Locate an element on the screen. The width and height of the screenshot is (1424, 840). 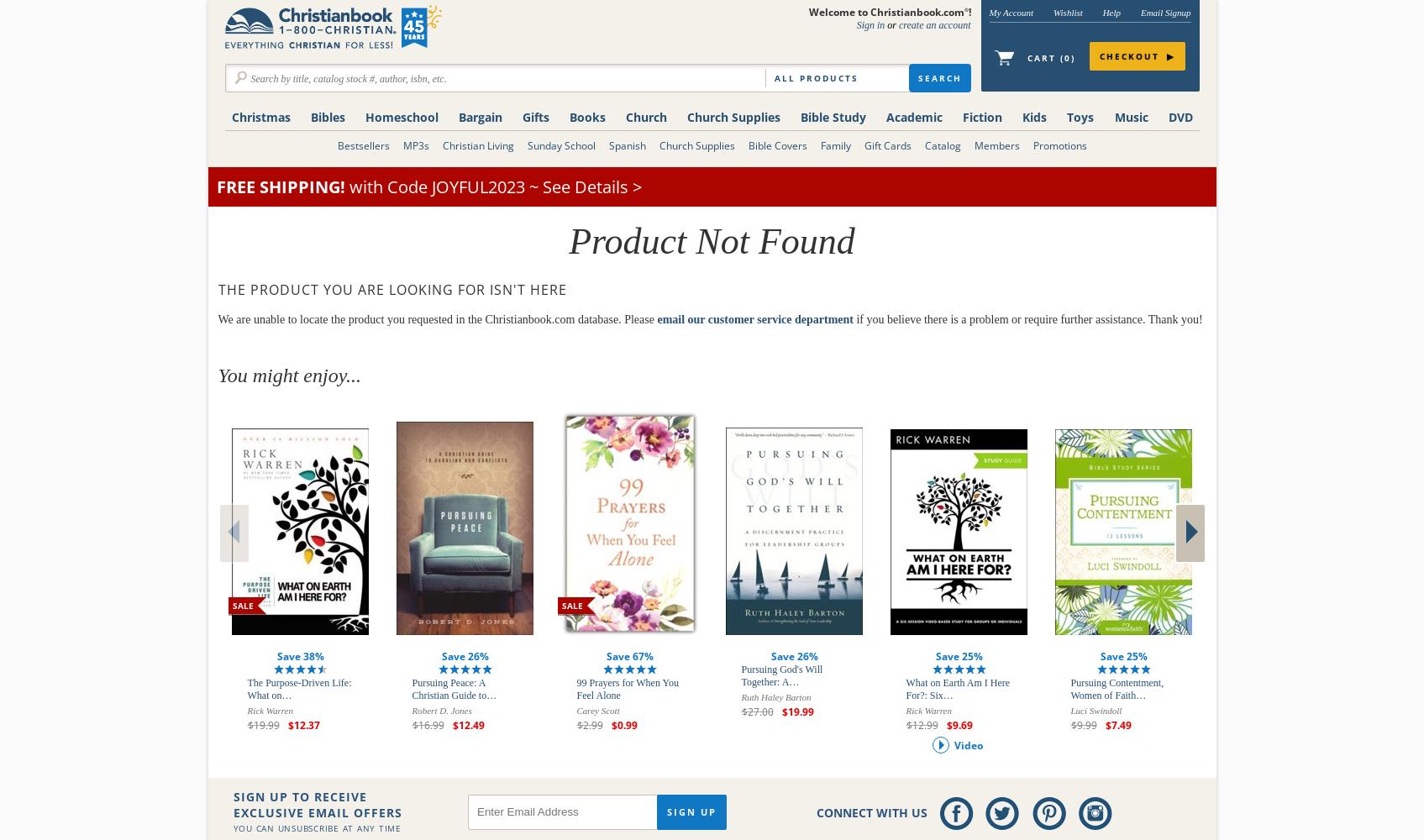
'$27.00' is located at coordinates (740, 711).